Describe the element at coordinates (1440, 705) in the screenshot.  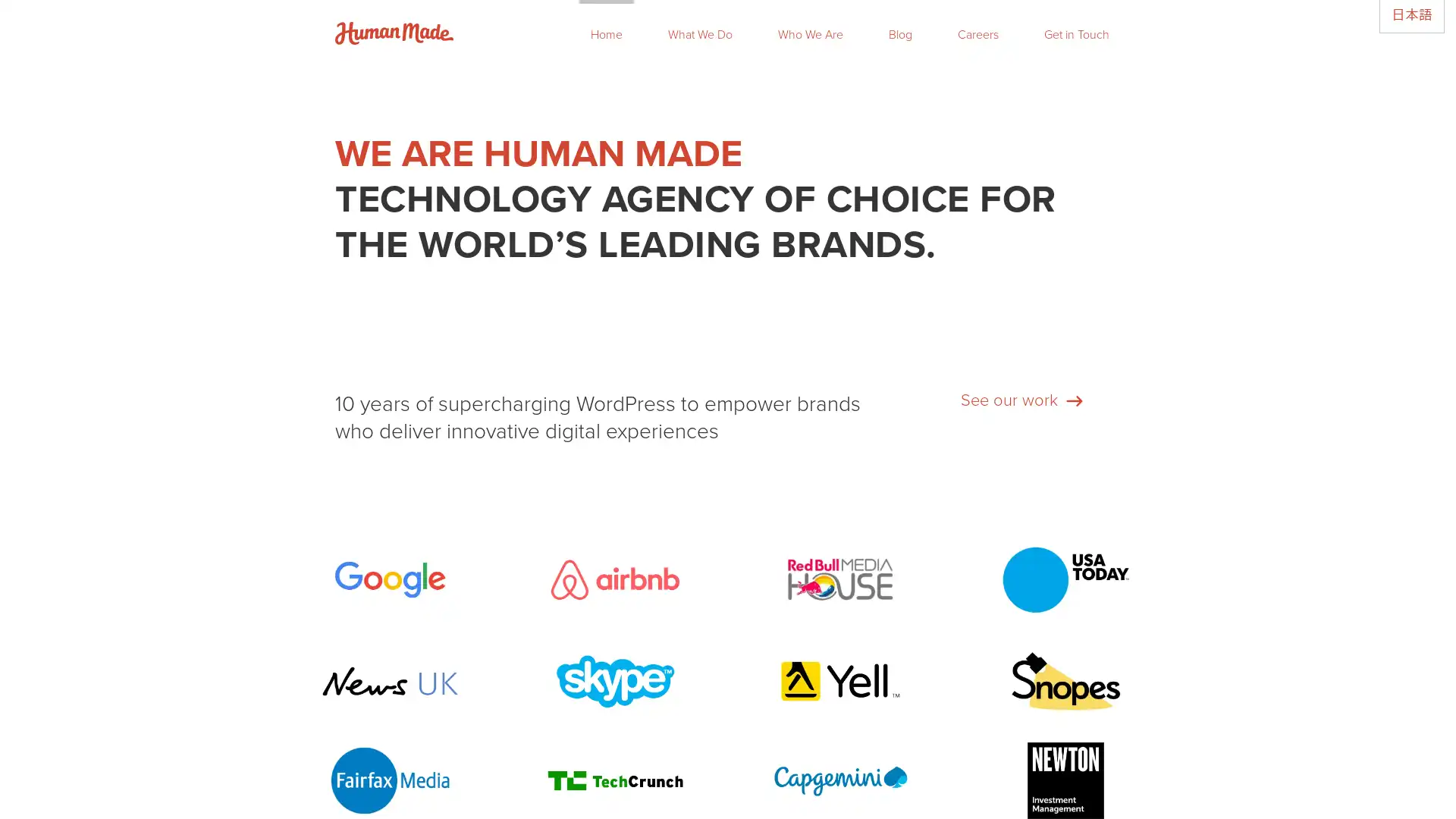
I see `Close` at that location.